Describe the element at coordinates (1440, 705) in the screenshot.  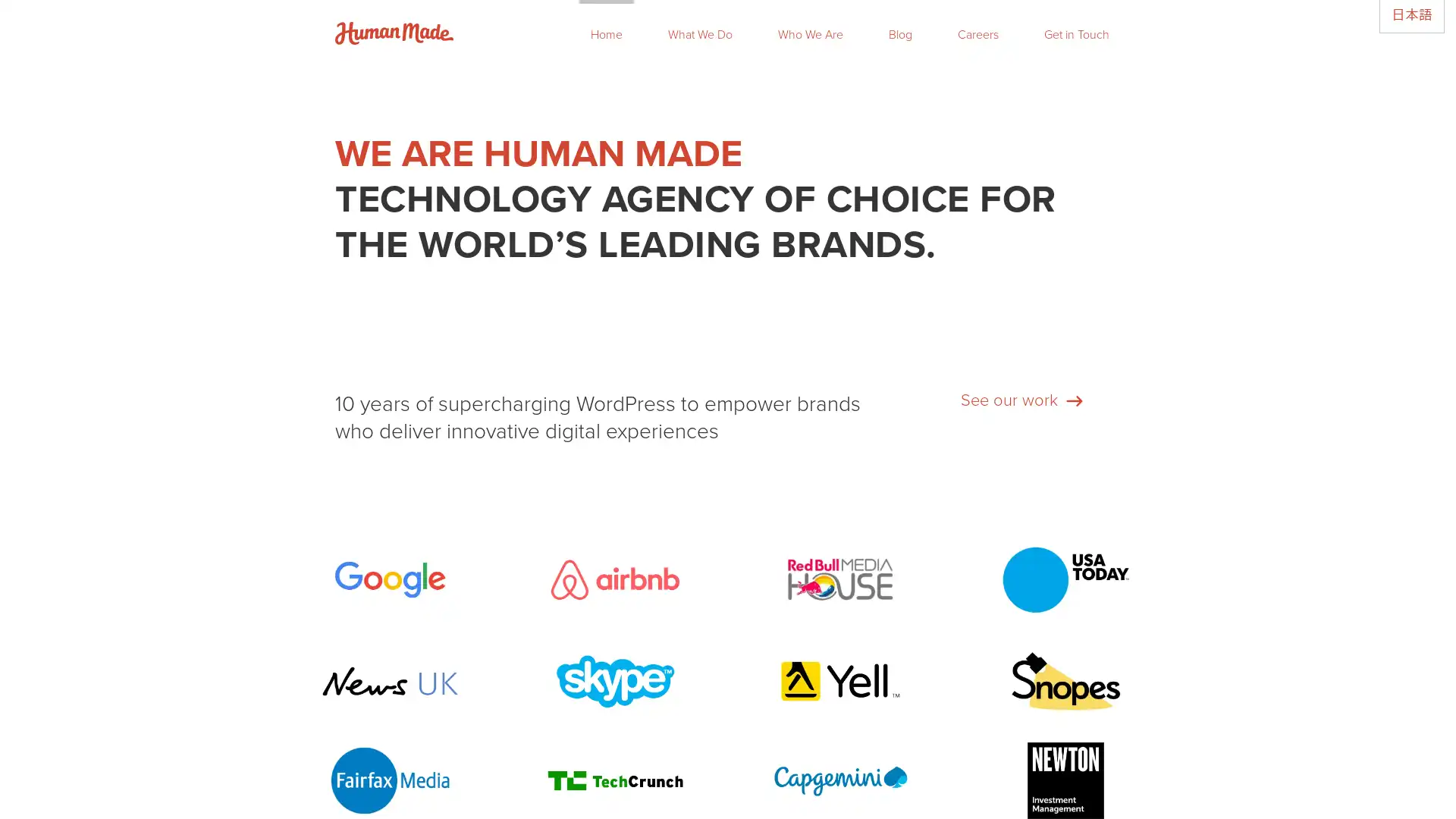
I see `Close` at that location.